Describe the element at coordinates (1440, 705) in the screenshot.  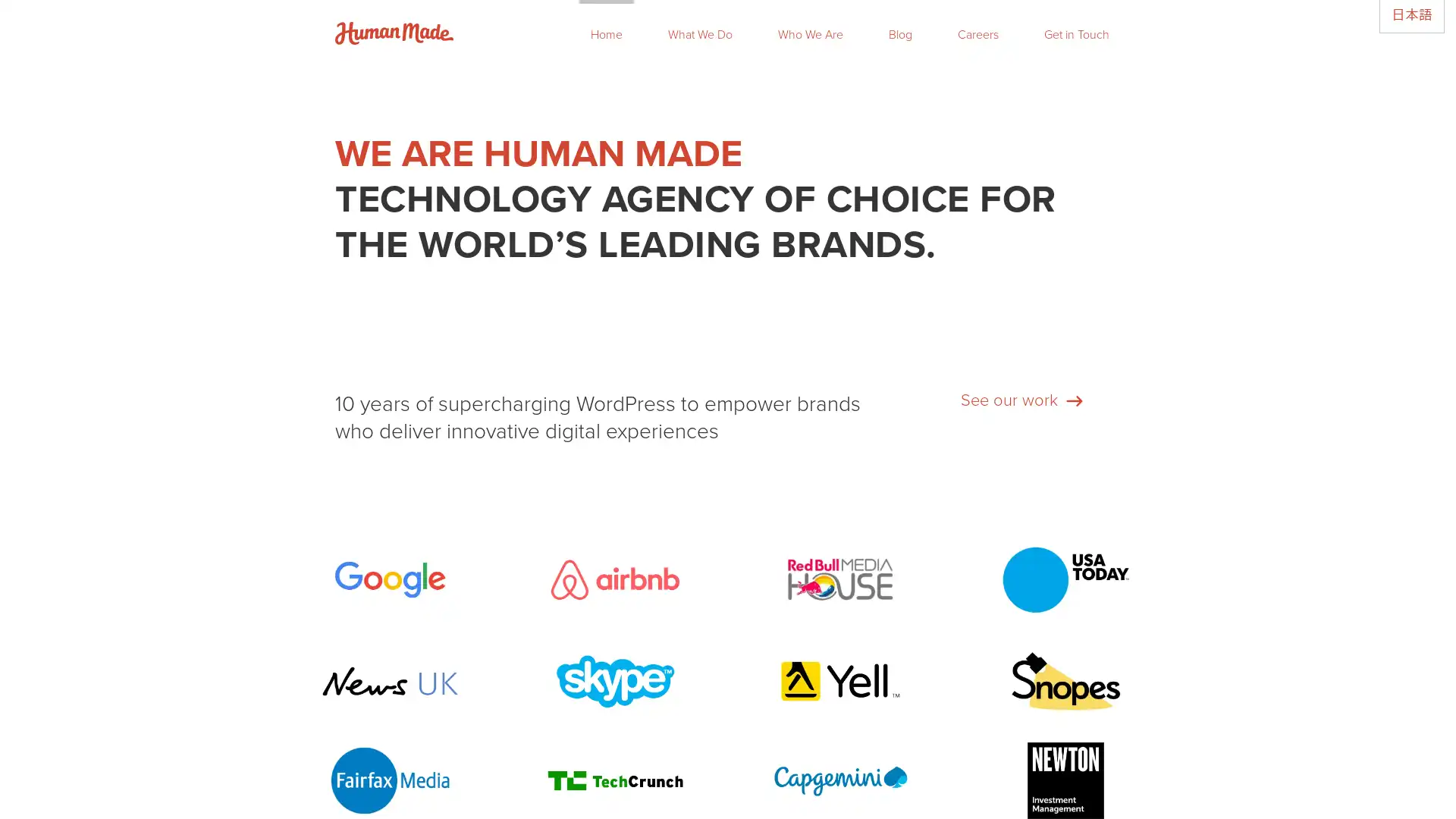
I see `Close` at that location.